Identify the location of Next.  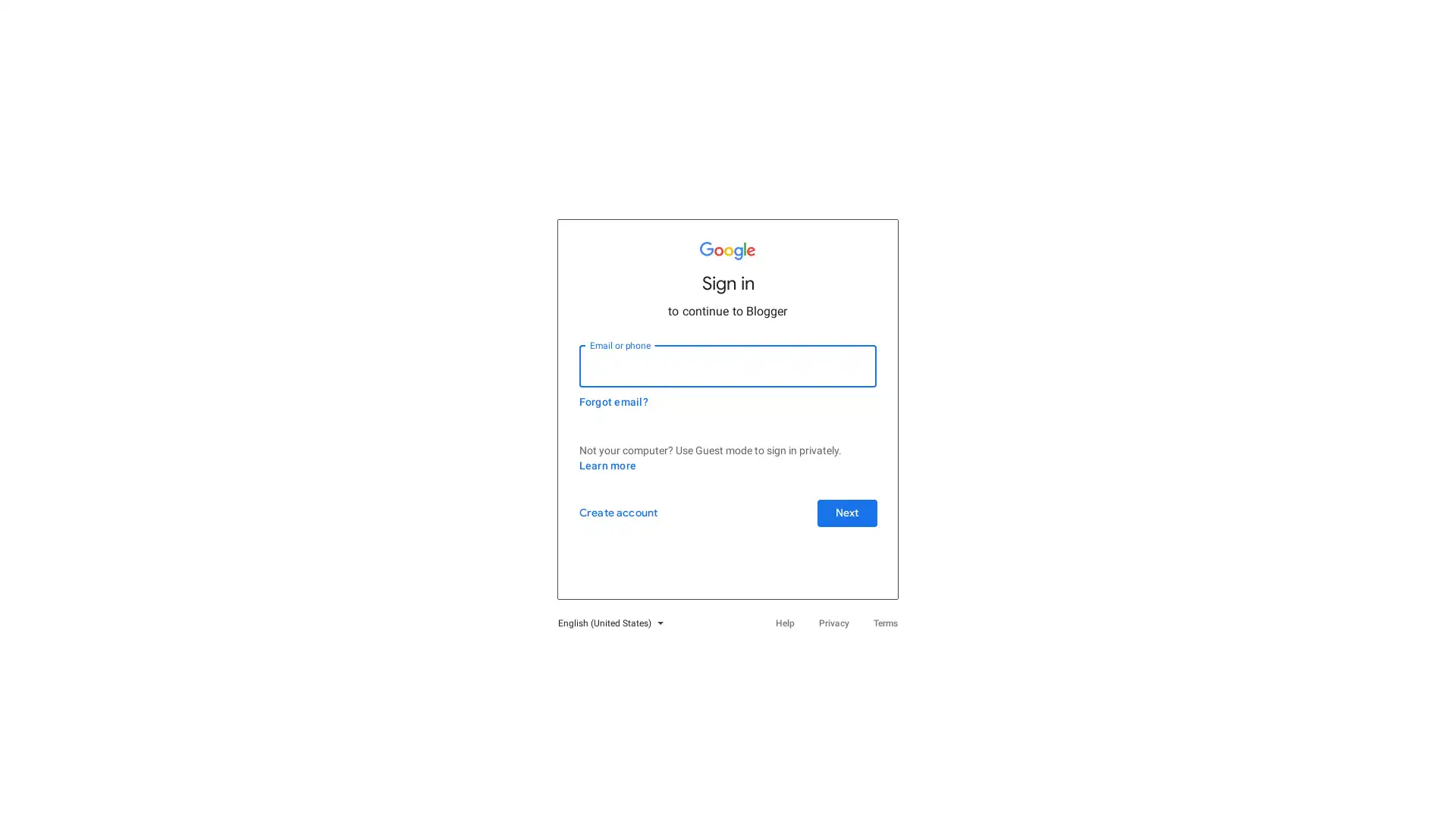
(836, 526).